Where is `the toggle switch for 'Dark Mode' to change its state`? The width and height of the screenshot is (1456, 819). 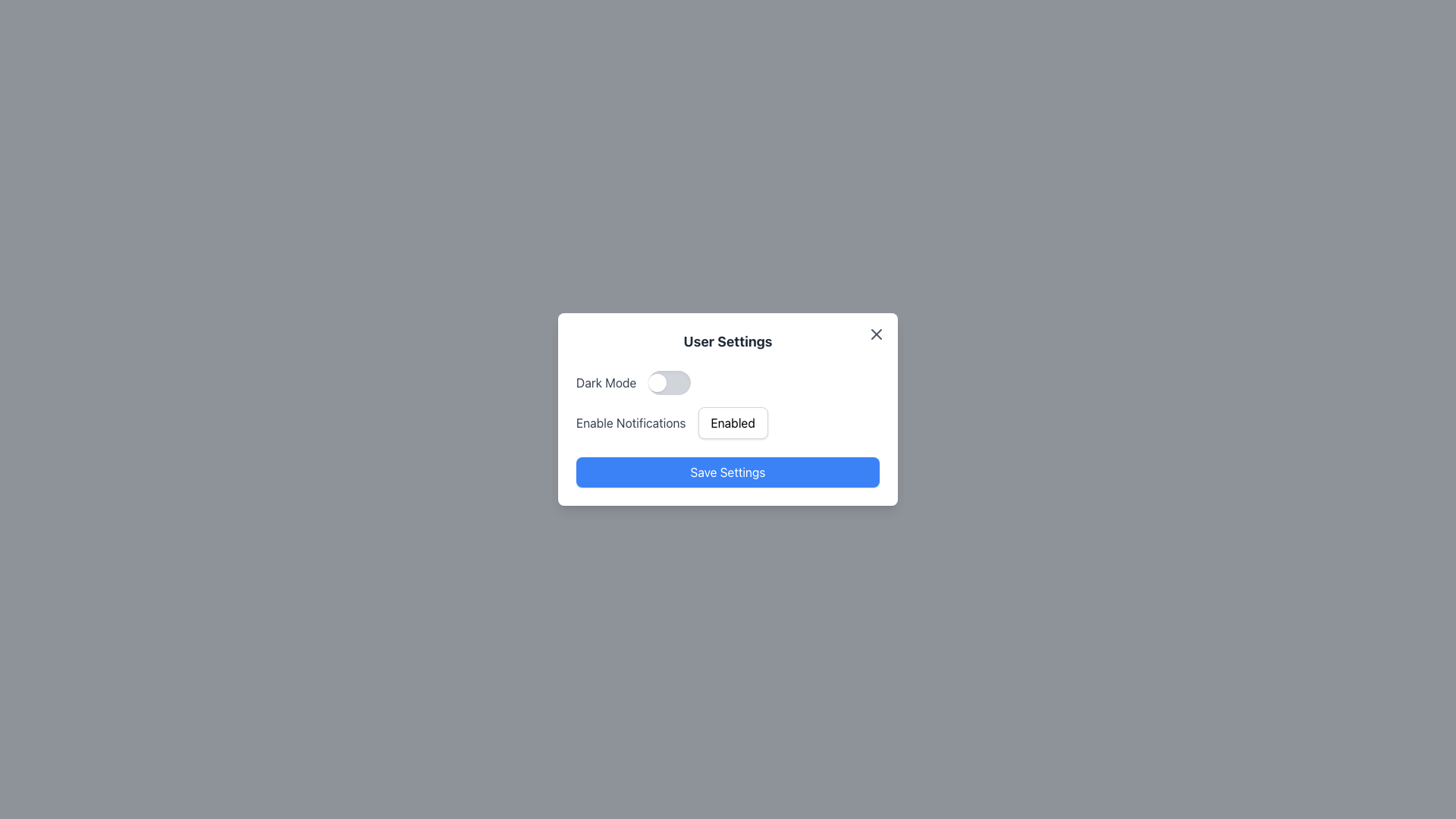 the toggle switch for 'Dark Mode' to change its state is located at coordinates (728, 382).